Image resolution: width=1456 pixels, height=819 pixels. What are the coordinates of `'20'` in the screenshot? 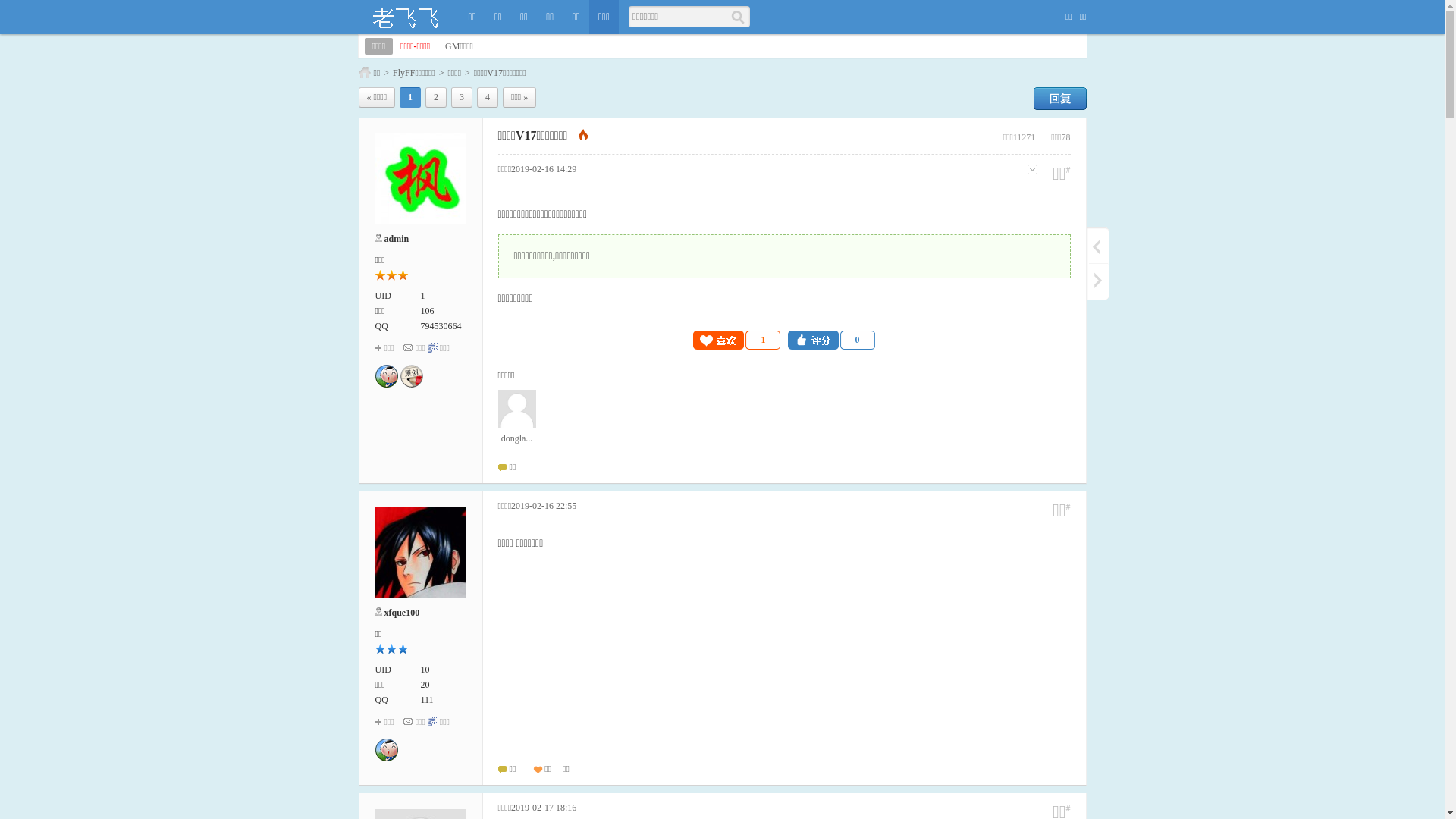 It's located at (425, 684).